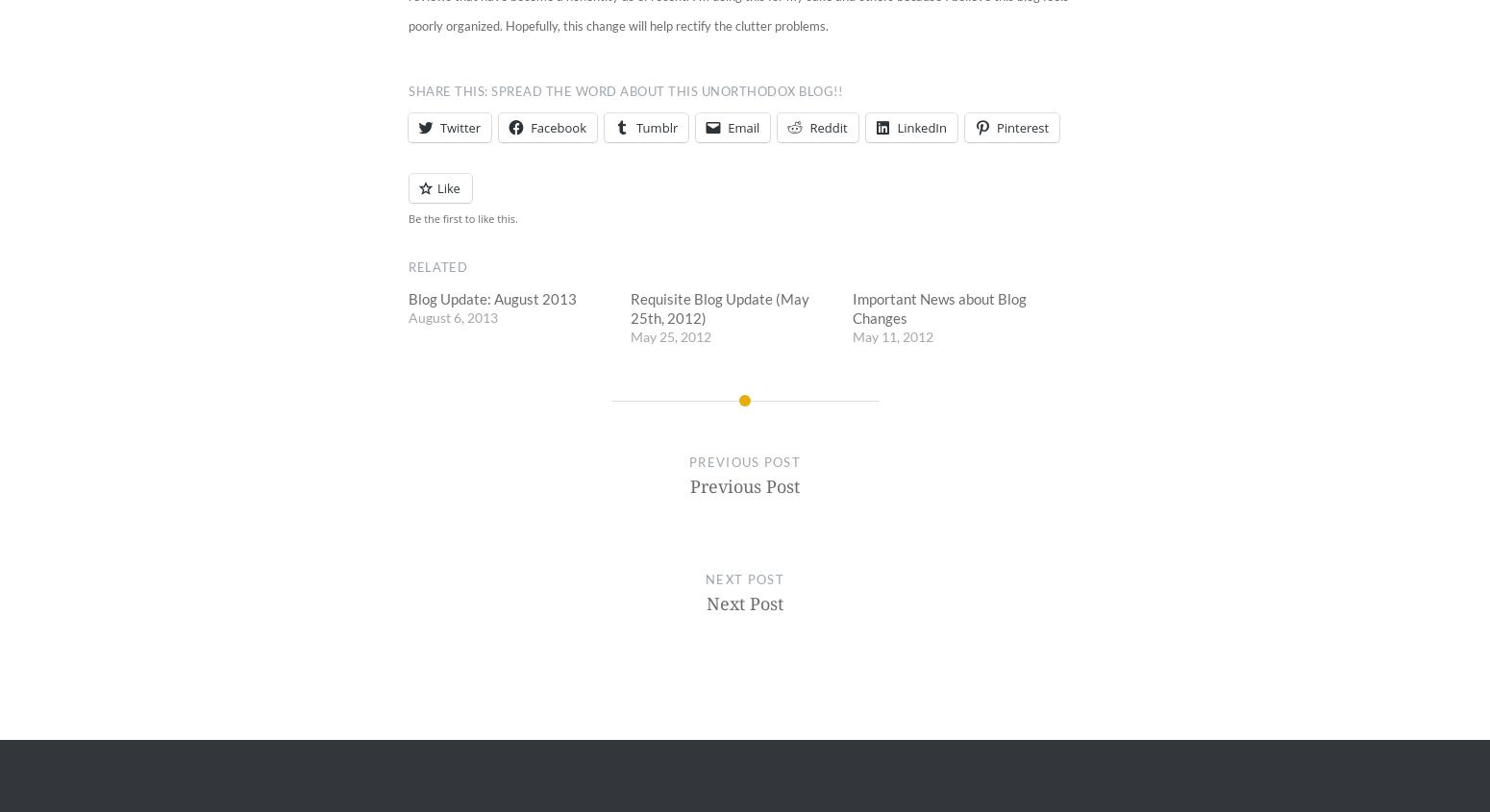  I want to click on 'Share this: Spread the word about this unorthodox blog!!', so click(624, 89).